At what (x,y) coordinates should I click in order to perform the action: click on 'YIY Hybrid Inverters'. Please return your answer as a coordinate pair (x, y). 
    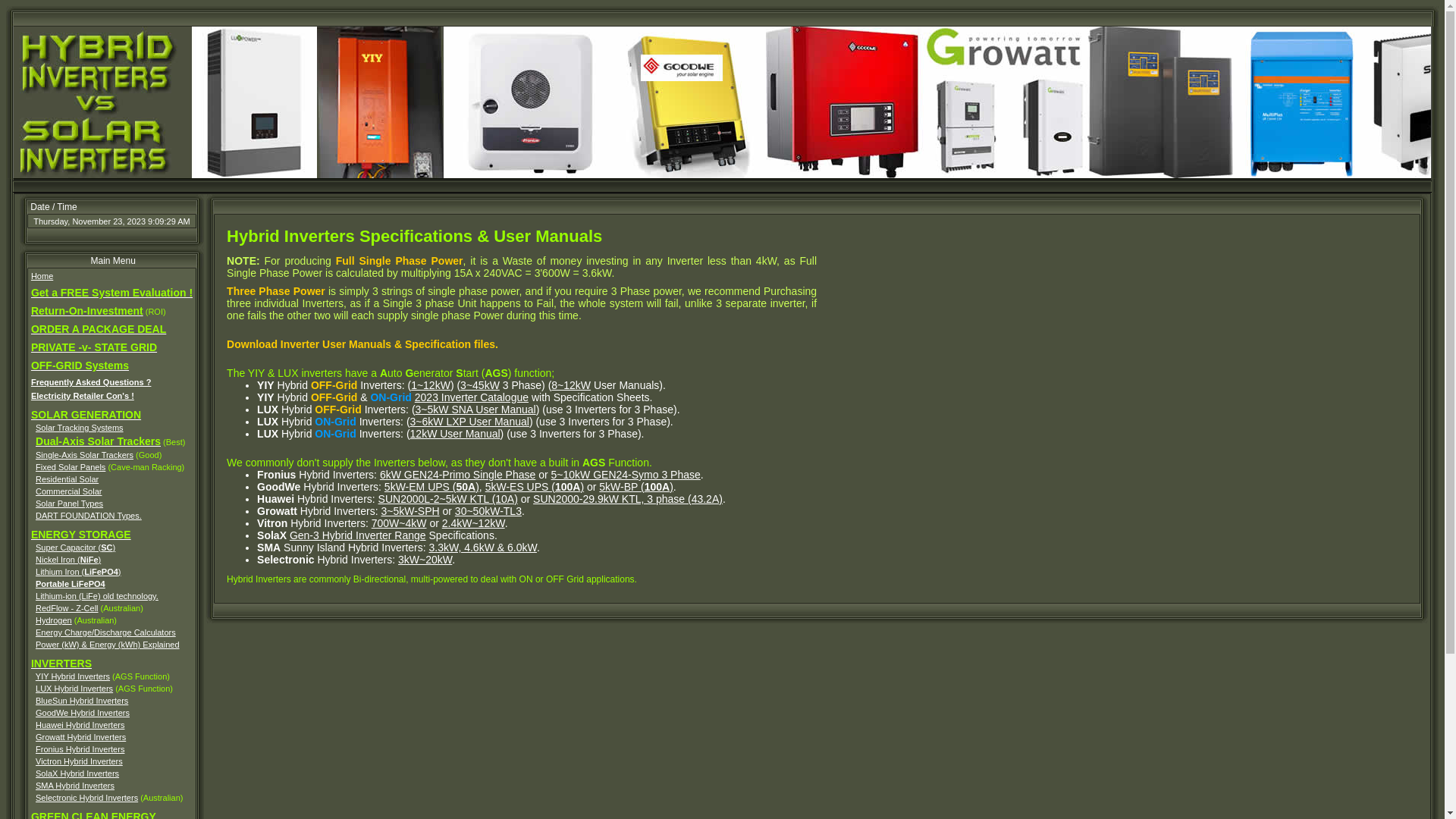
    Looking at the image, I should click on (72, 675).